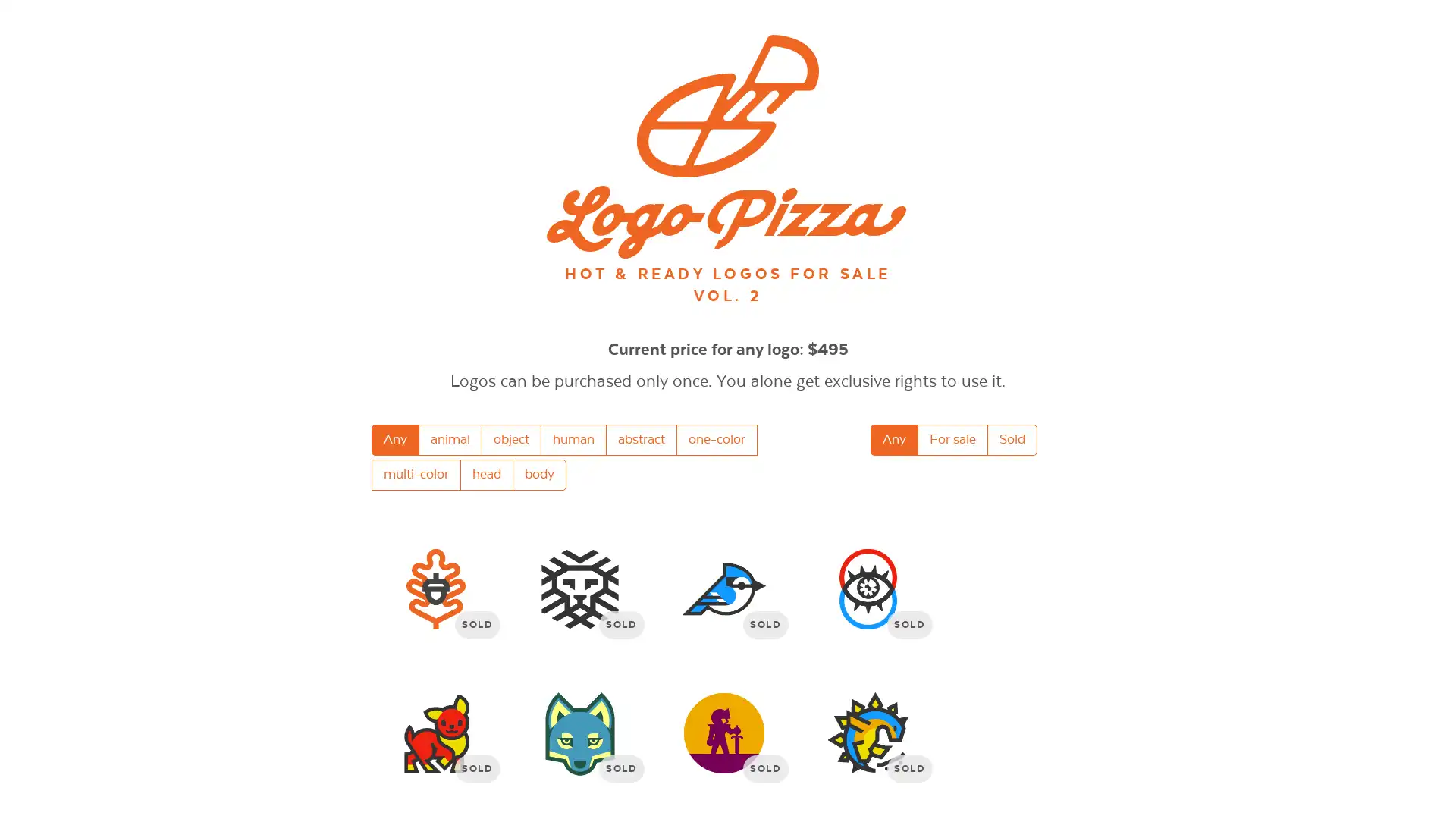 Image resolution: width=1456 pixels, height=819 pixels. What do you see at coordinates (573, 440) in the screenshot?
I see `human` at bounding box center [573, 440].